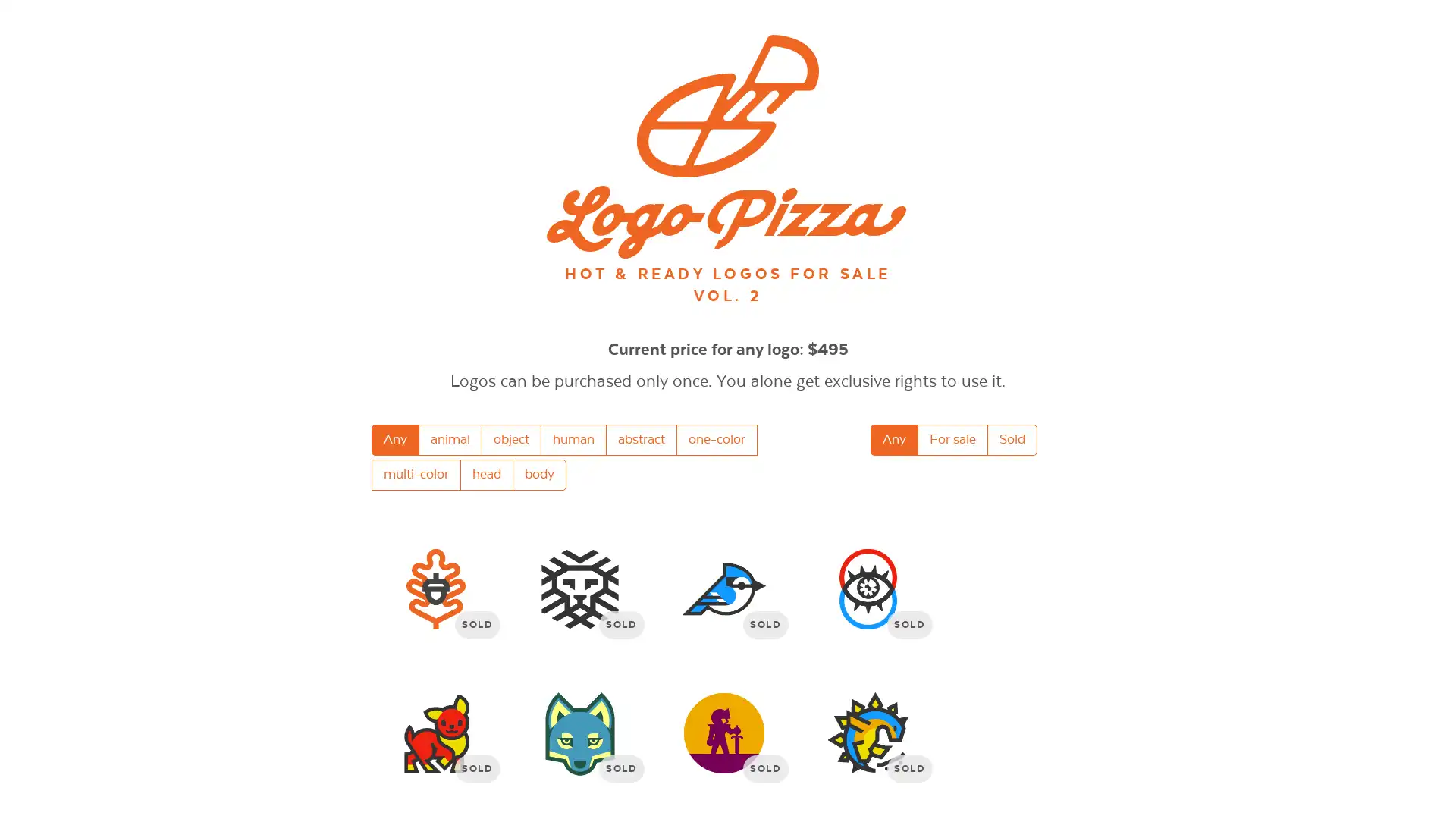 Image resolution: width=1456 pixels, height=819 pixels. What do you see at coordinates (573, 440) in the screenshot?
I see `human` at bounding box center [573, 440].